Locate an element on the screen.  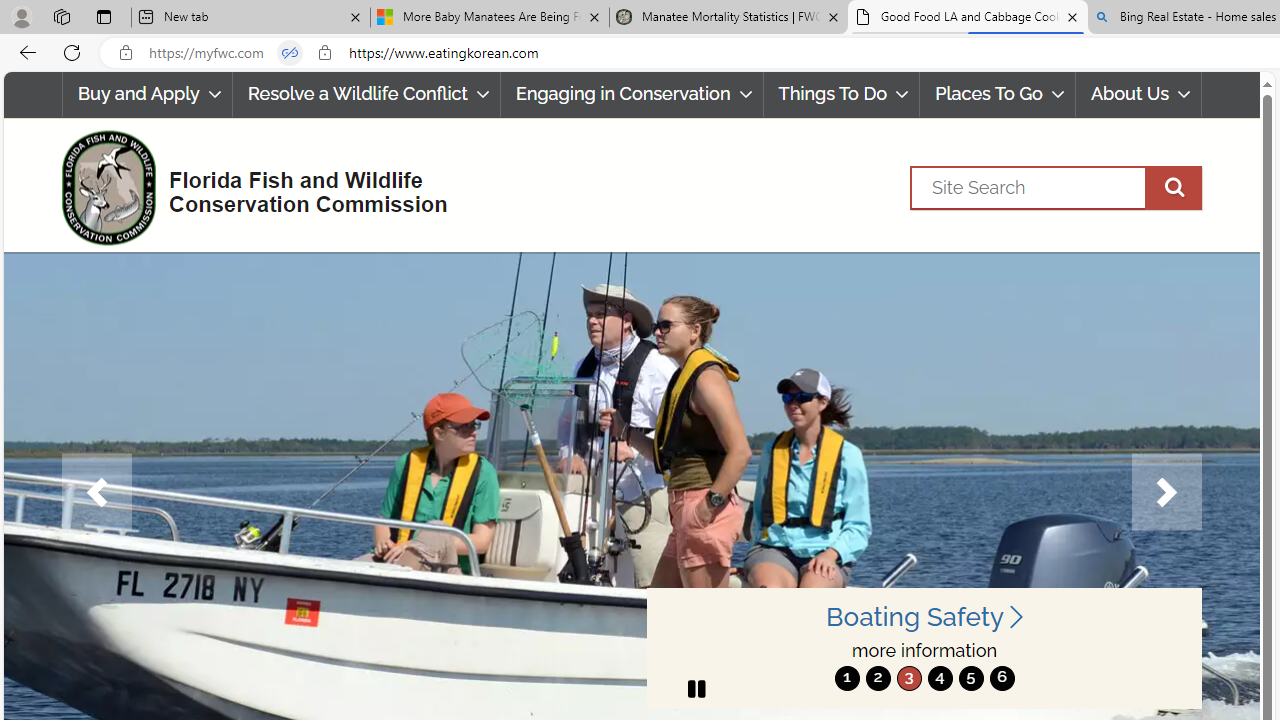
'move to slide 4' is located at coordinates (939, 677).